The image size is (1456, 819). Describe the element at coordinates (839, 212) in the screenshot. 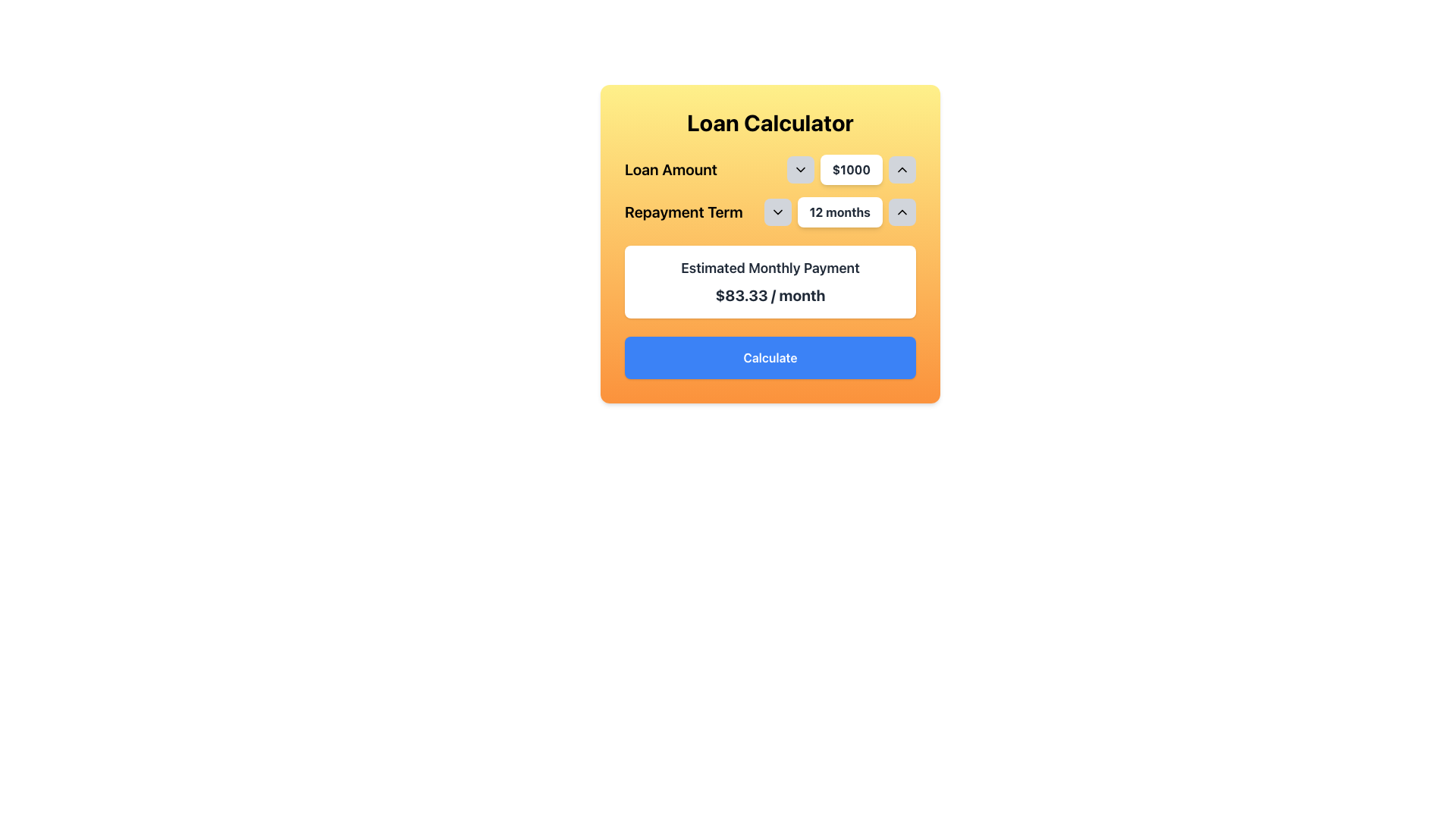

I see `the numeric value display element styled in bold text inside a rounded white button, located at the center of the row labeled 'Repayment Term.'` at that location.